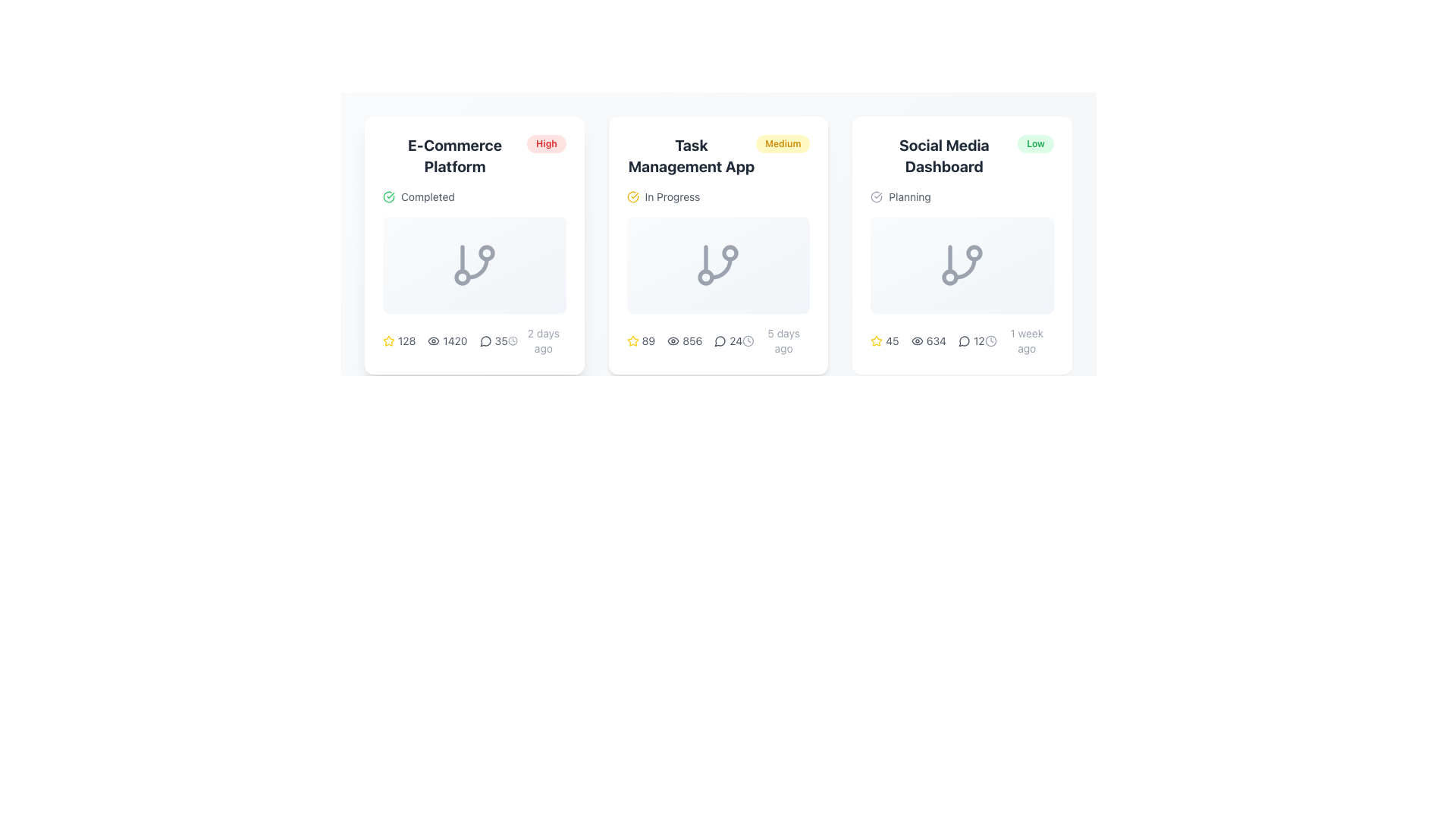  What do you see at coordinates (1035, 143) in the screenshot?
I see `the 'Low' priority label indicating minimal urgency, located to the right of the 'Social Media Dashboard' title in the top-right area of the third card` at bounding box center [1035, 143].